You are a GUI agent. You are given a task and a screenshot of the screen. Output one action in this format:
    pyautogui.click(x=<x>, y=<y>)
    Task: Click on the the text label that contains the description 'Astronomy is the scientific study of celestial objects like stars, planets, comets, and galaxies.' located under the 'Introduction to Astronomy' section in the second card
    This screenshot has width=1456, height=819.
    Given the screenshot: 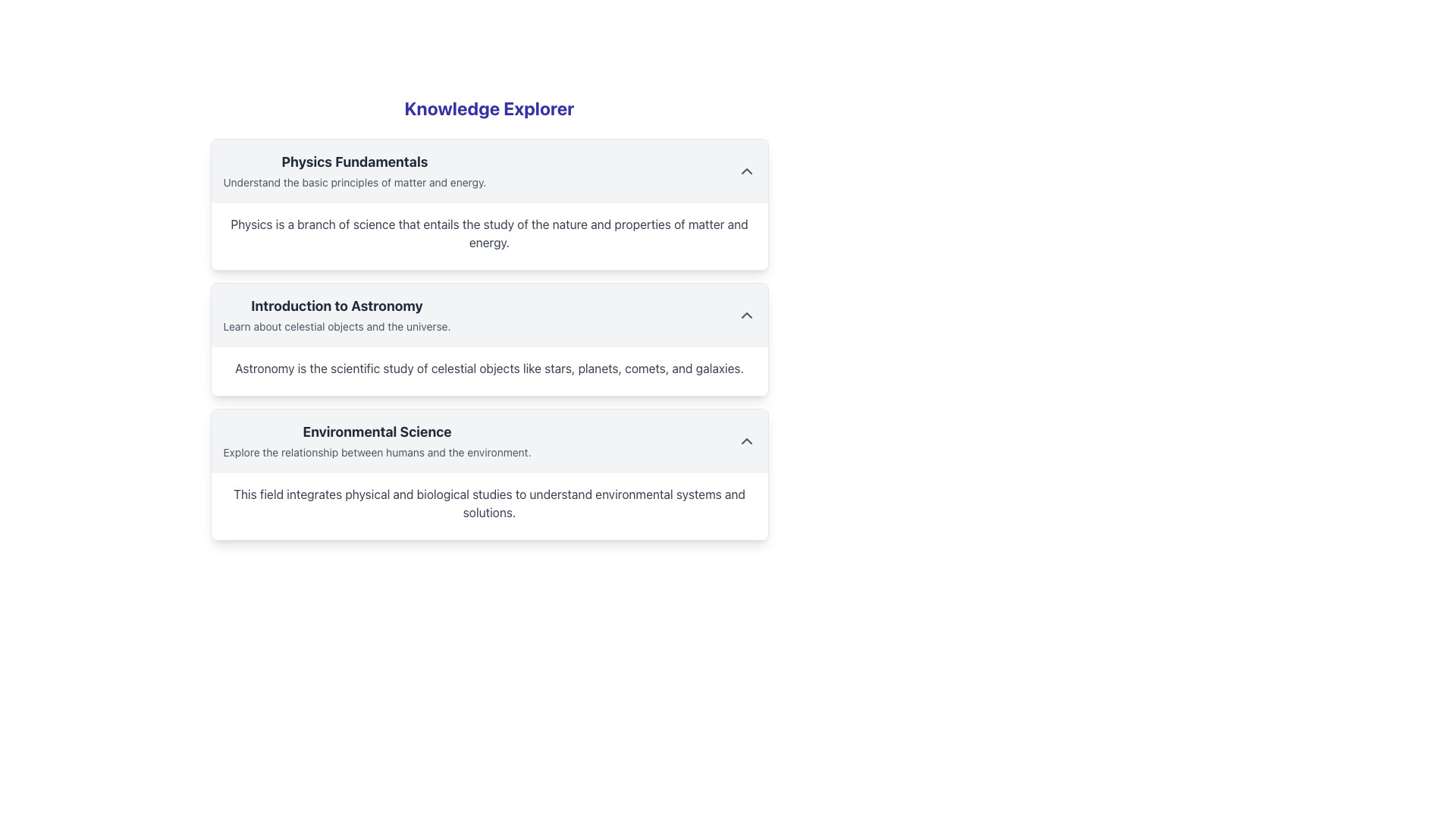 What is the action you would take?
    pyautogui.click(x=489, y=371)
    